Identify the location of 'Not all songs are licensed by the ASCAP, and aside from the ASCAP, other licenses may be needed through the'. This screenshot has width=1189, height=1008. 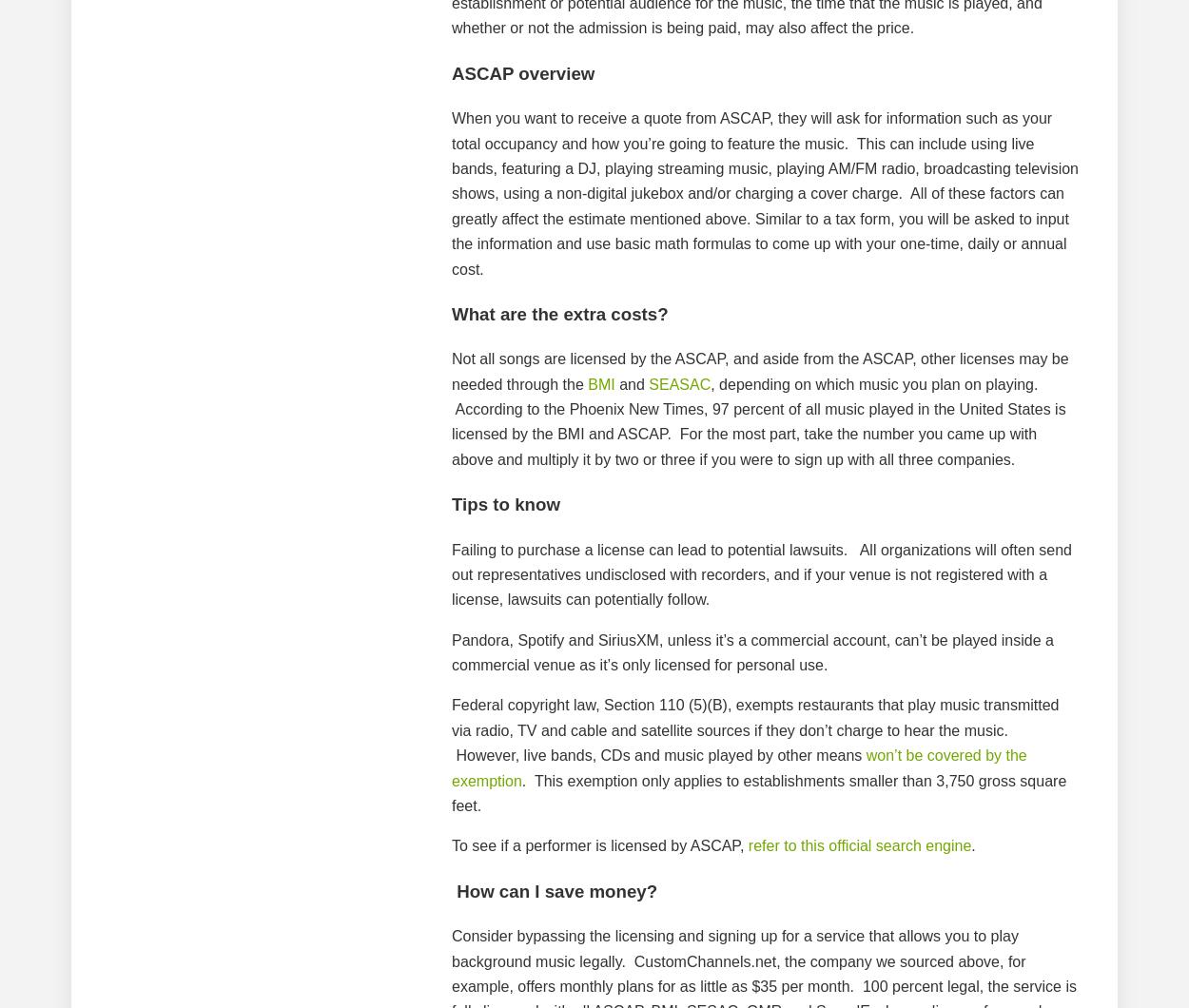
(760, 371).